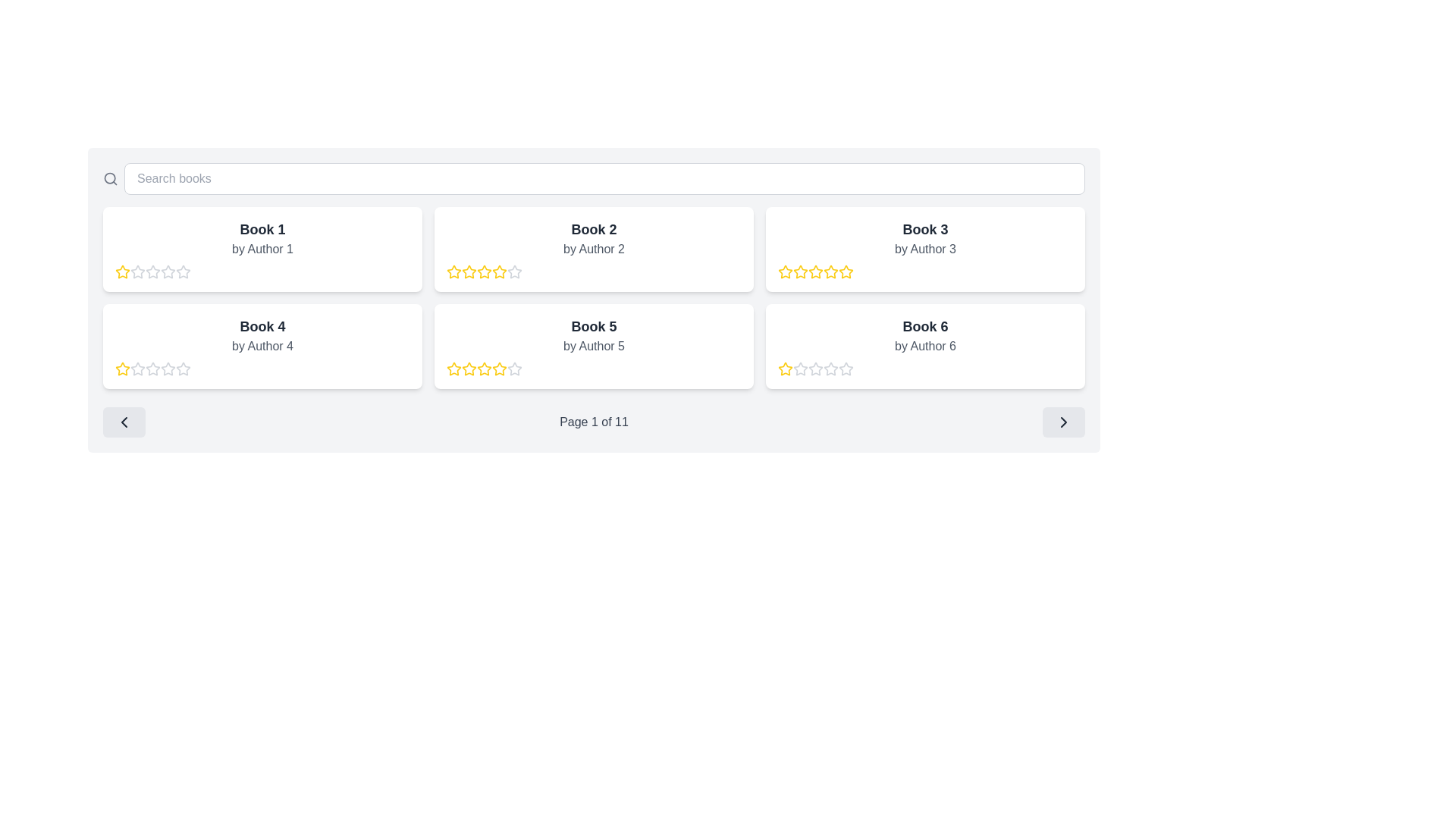 This screenshot has height=819, width=1456. What do you see at coordinates (138, 369) in the screenshot?
I see `the first rating star icon for 'Book 4' by 'Author 4'` at bounding box center [138, 369].